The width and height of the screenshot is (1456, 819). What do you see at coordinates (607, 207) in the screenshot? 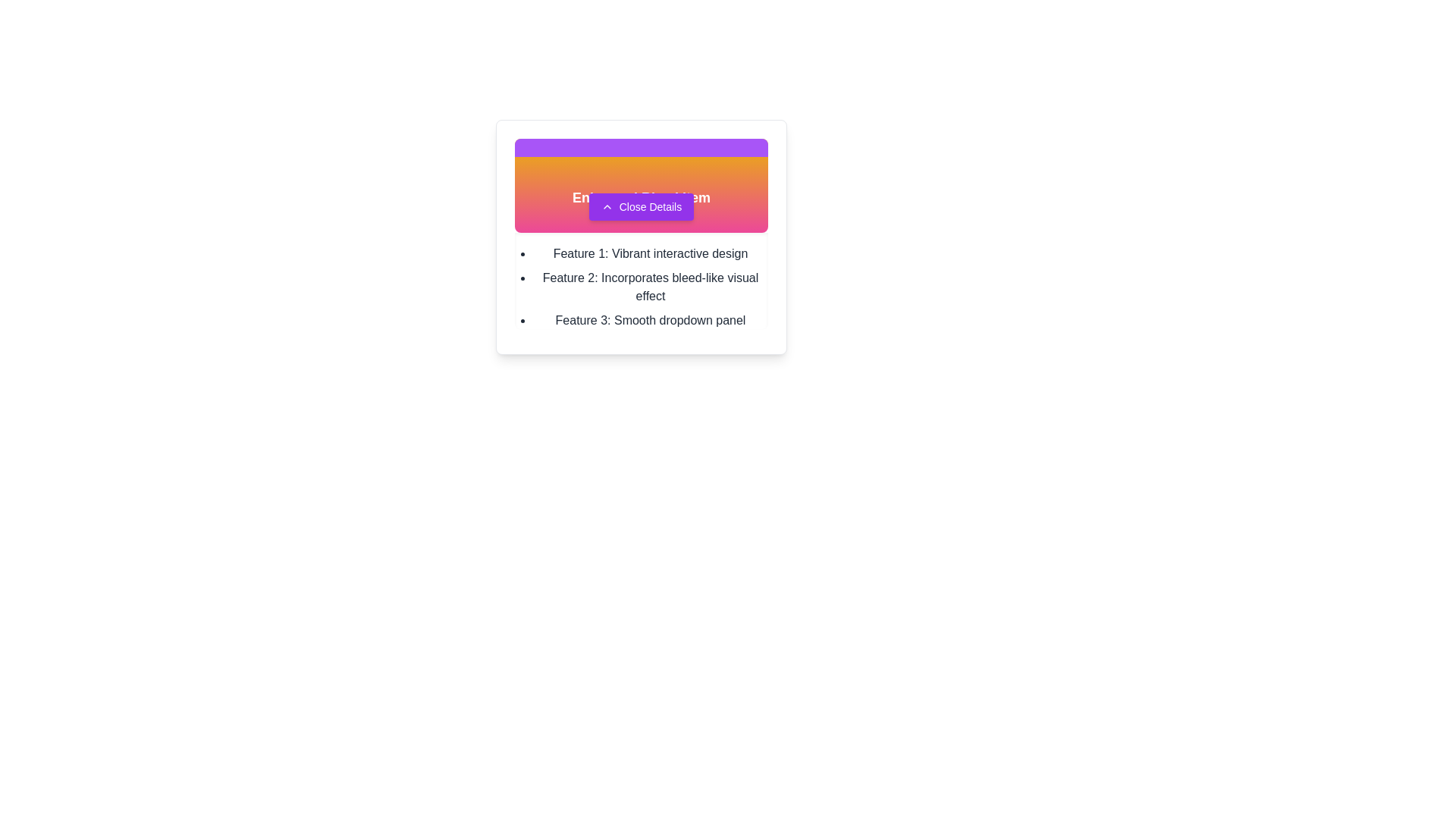
I see `the upward-pointing chevron icon located on the left part of the 'Close Details' button, which is within an orange-purple gradient box` at bounding box center [607, 207].